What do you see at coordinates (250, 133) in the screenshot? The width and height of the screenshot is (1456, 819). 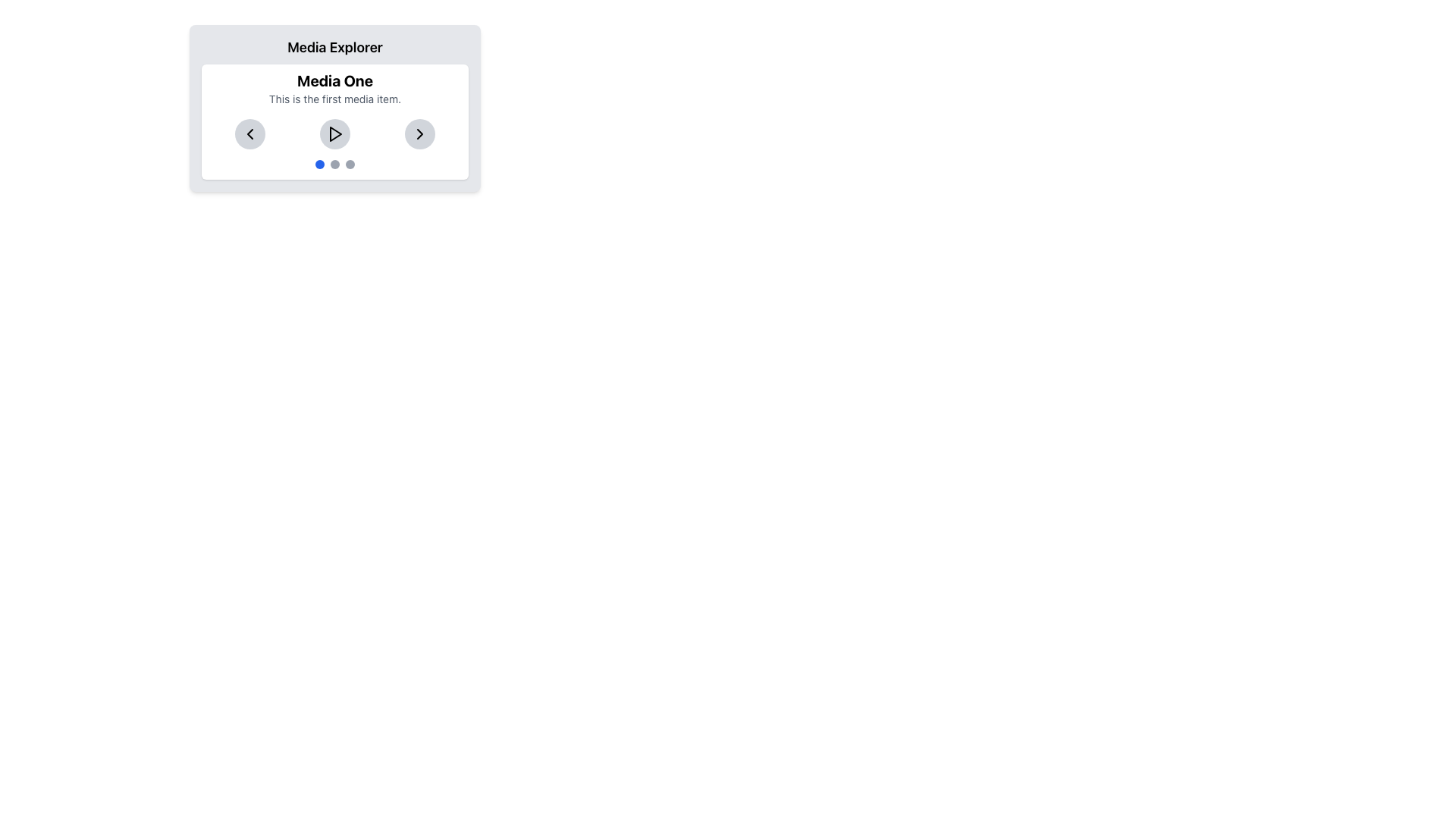 I see `the left-pointing chevron icon within the circular button` at bounding box center [250, 133].